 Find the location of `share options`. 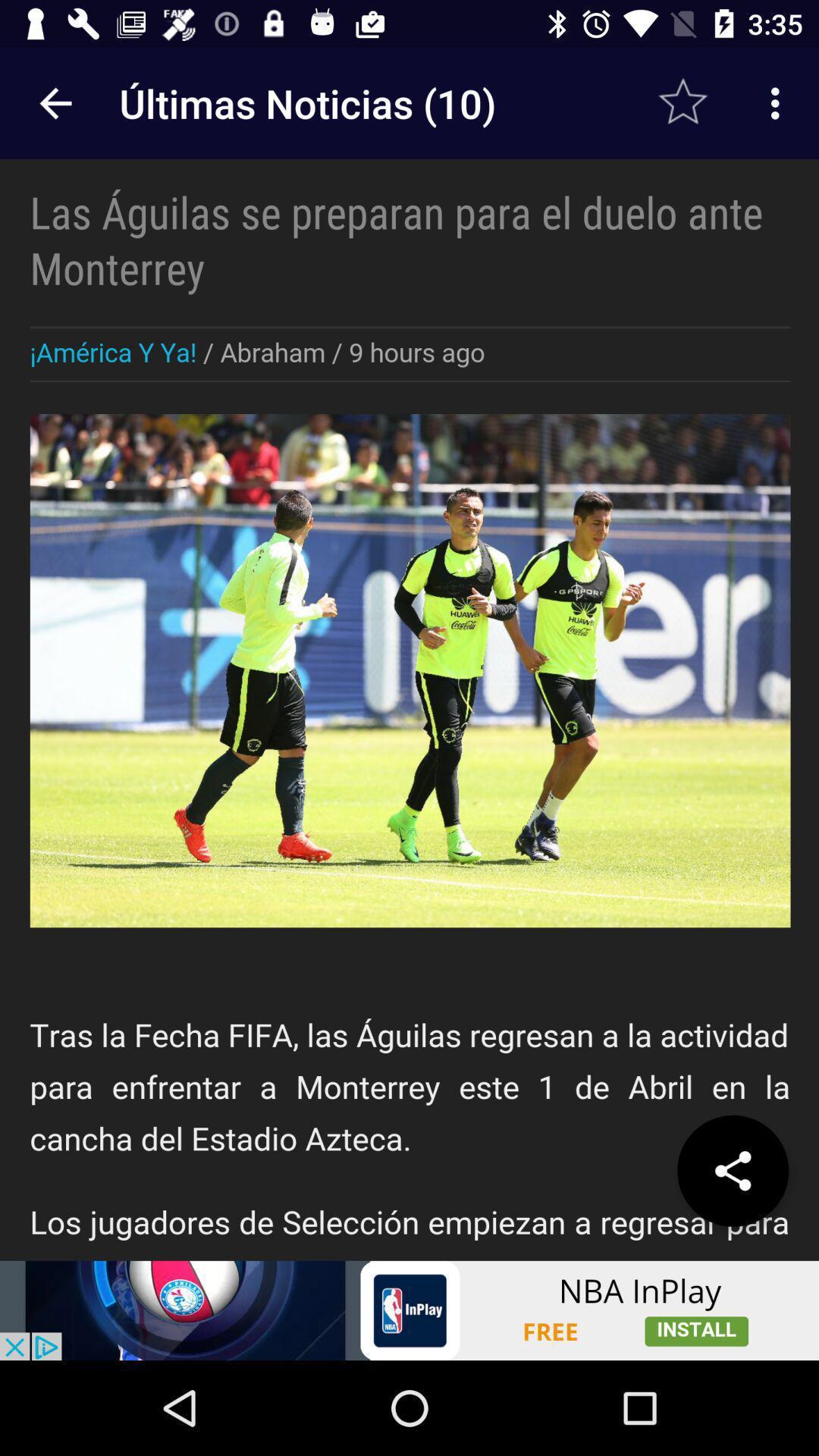

share options is located at coordinates (732, 1170).